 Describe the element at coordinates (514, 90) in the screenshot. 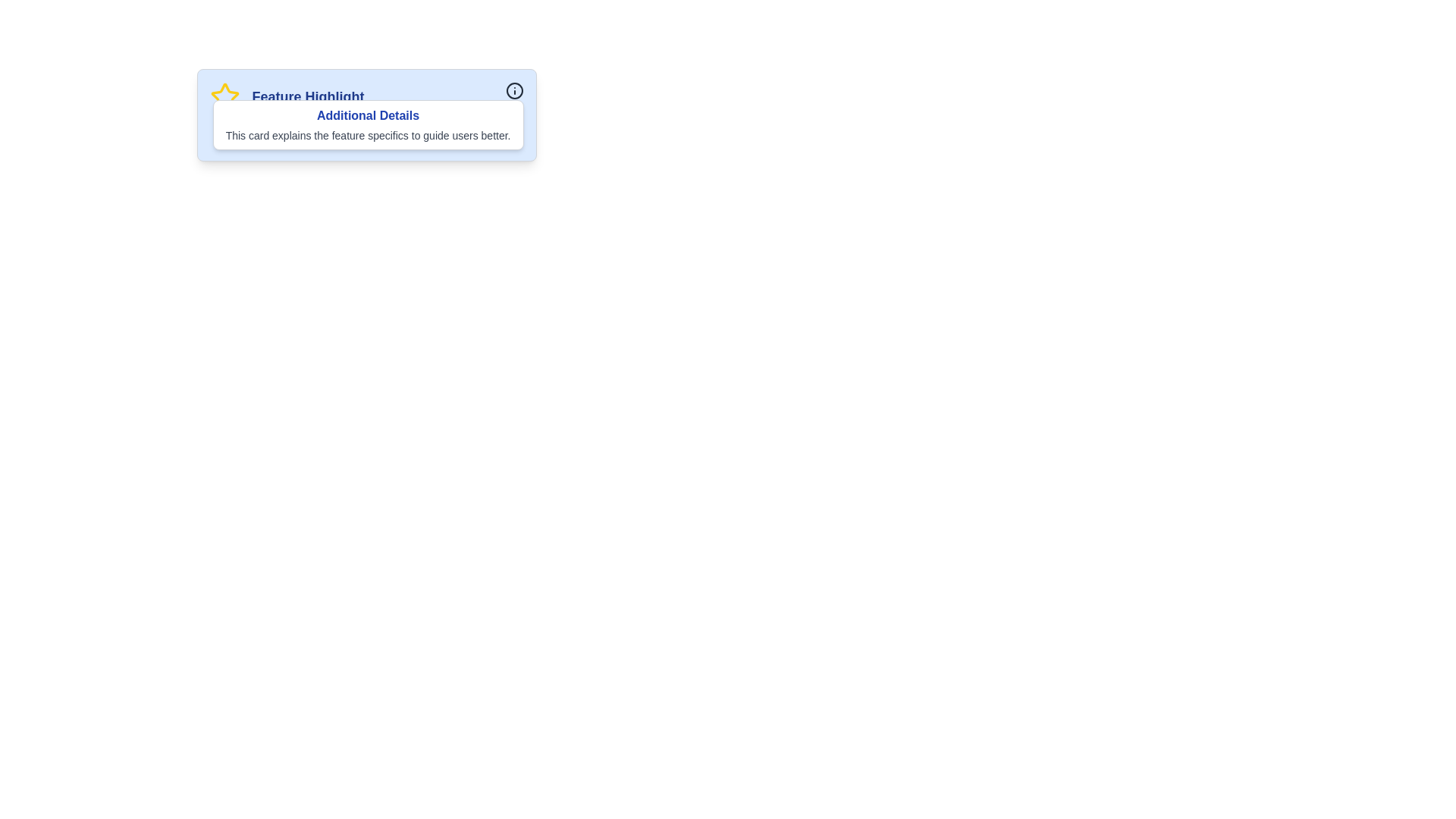

I see `the informational icon located in the top-right corner of the card, above the 'Feature Highlight' and 'Additional Details' text` at that location.